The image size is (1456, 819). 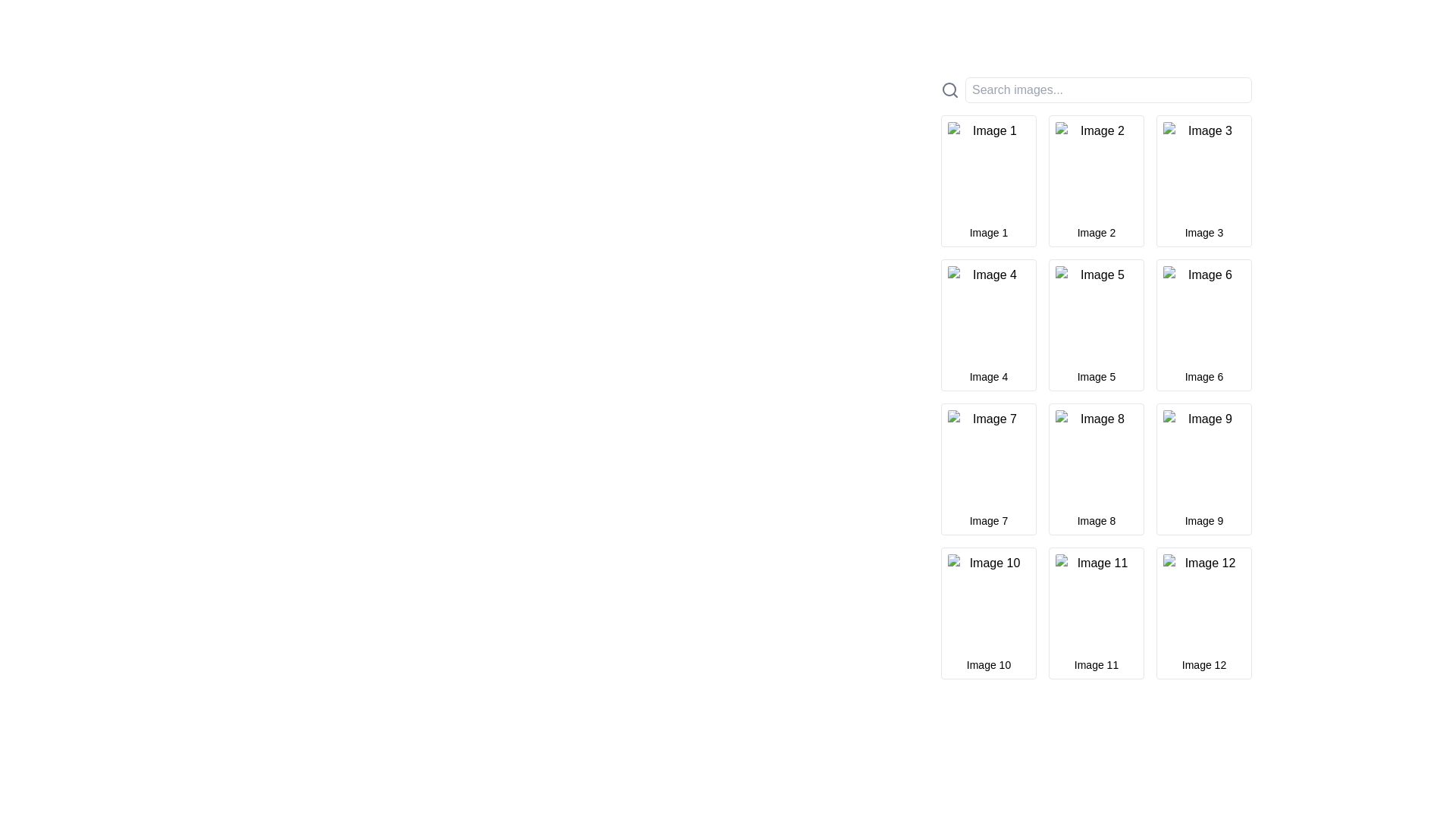 I want to click on the gallery item displaying 'Image 10' in the fourth row, first column of the grid layout, so click(x=989, y=613).